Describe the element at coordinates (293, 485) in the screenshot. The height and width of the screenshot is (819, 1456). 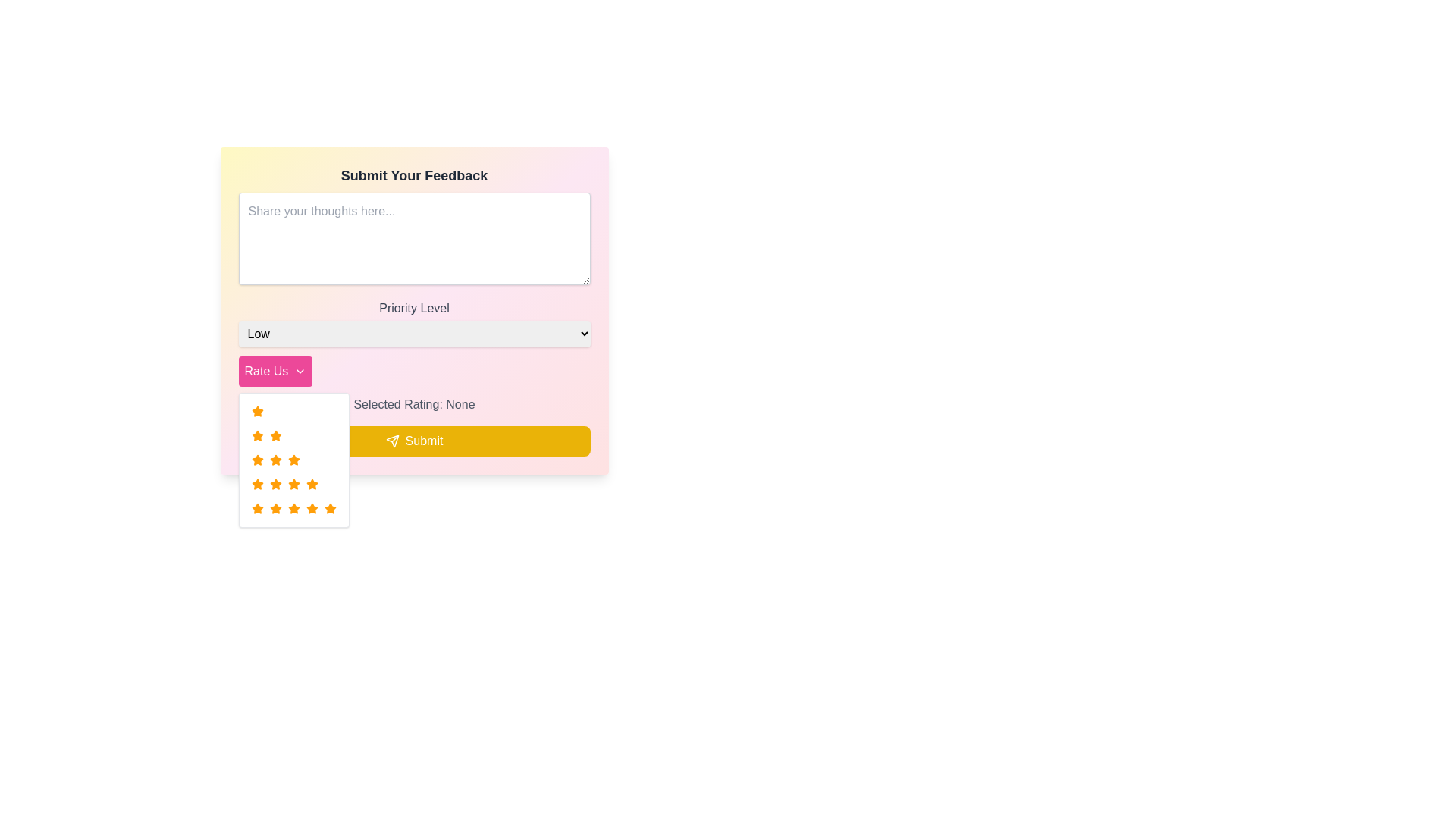
I see `the fourth star in the rating row within the dropdown rating menu located beneath the 'Rate Us' button` at that location.